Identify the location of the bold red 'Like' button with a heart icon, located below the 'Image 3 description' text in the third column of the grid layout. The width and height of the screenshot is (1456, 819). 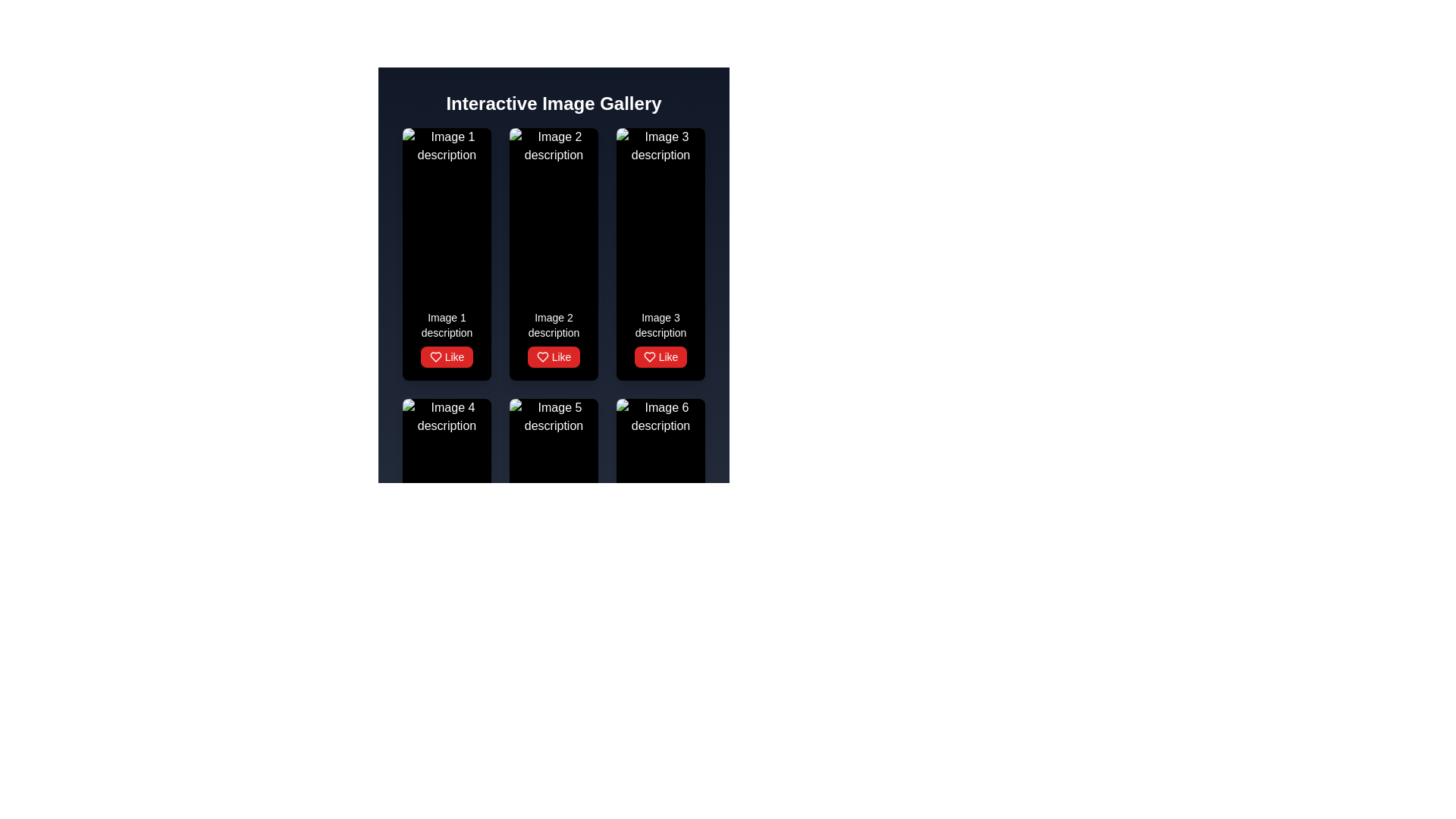
(661, 356).